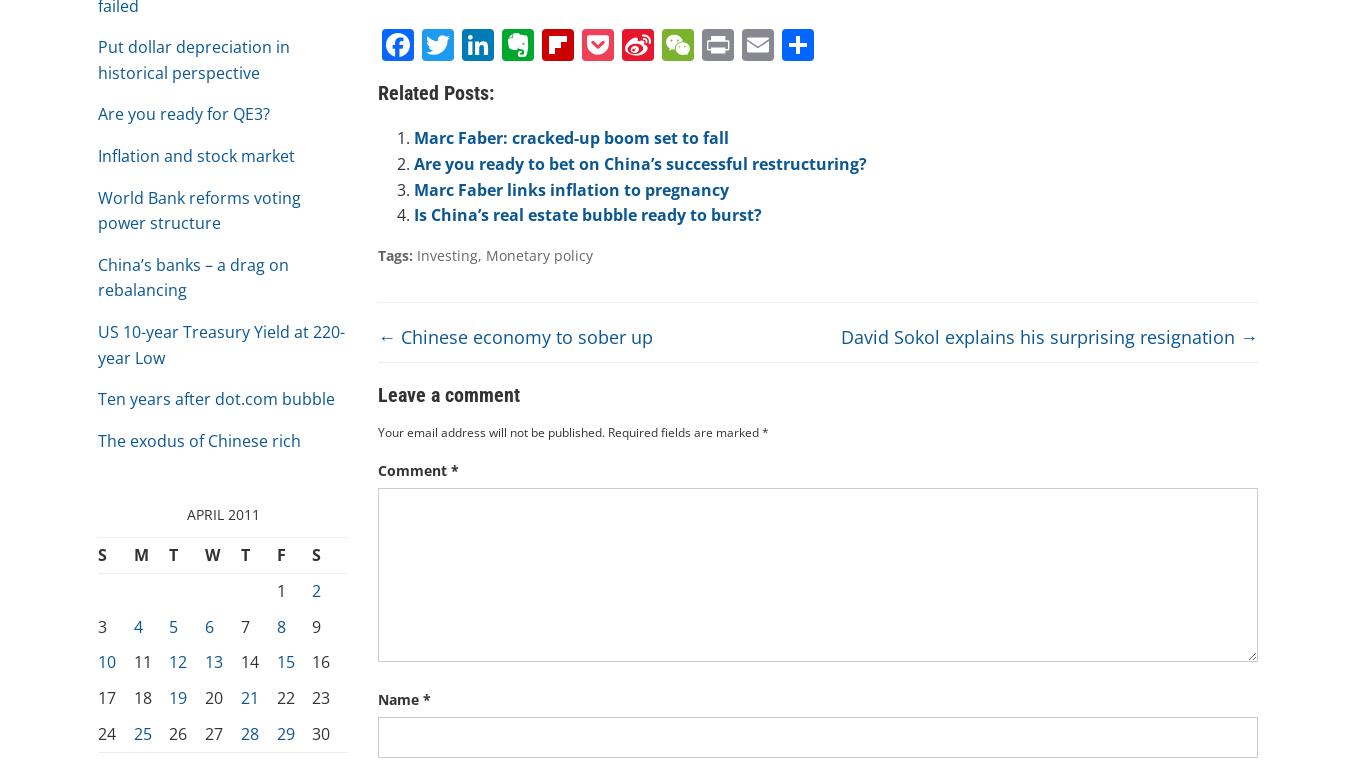 Image resolution: width=1366 pixels, height=780 pixels. Describe the element at coordinates (221, 513) in the screenshot. I see `'April 2011'` at that location.